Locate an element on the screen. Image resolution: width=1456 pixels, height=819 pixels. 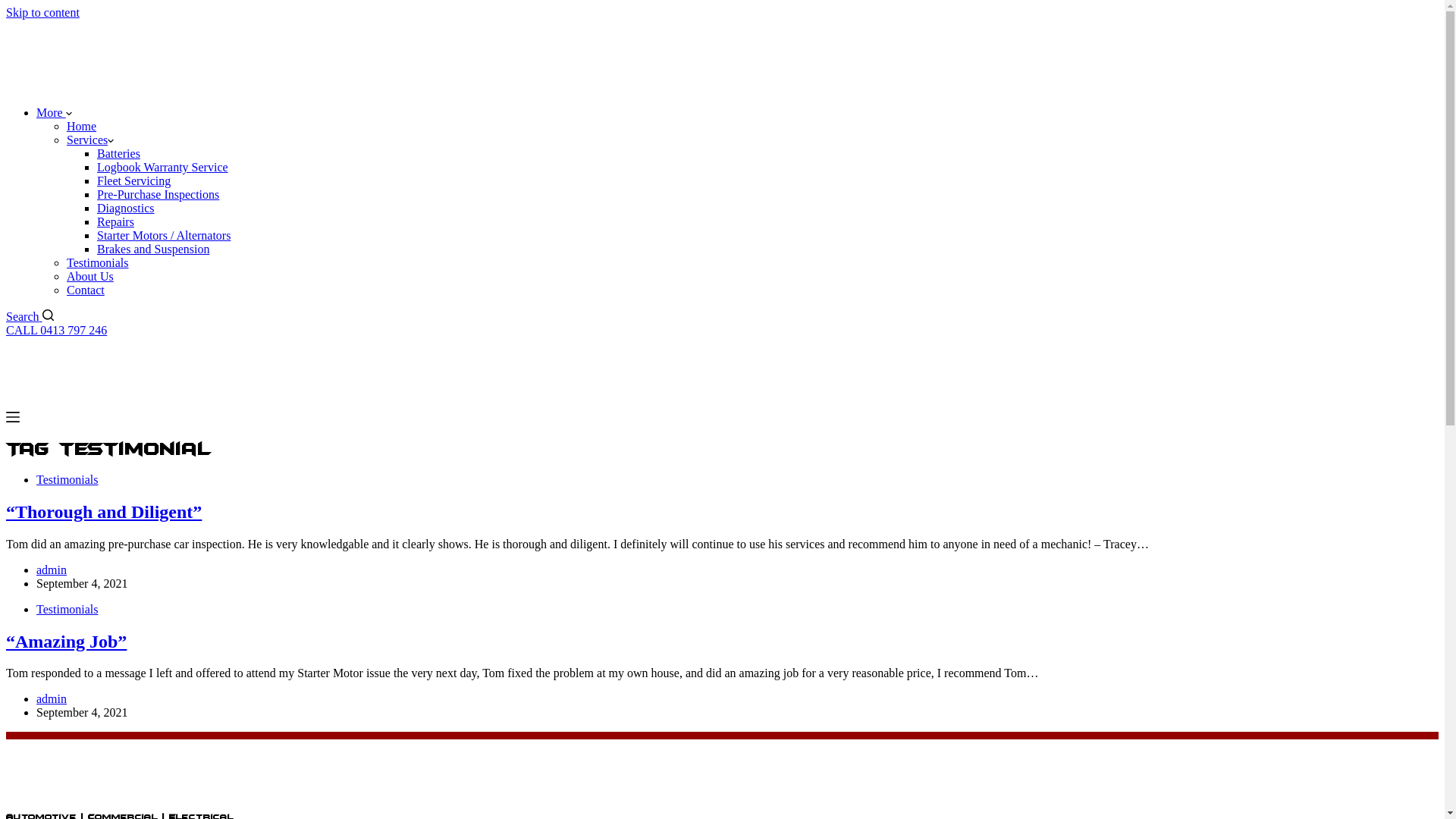
'Fleet Servicing' is located at coordinates (133, 180).